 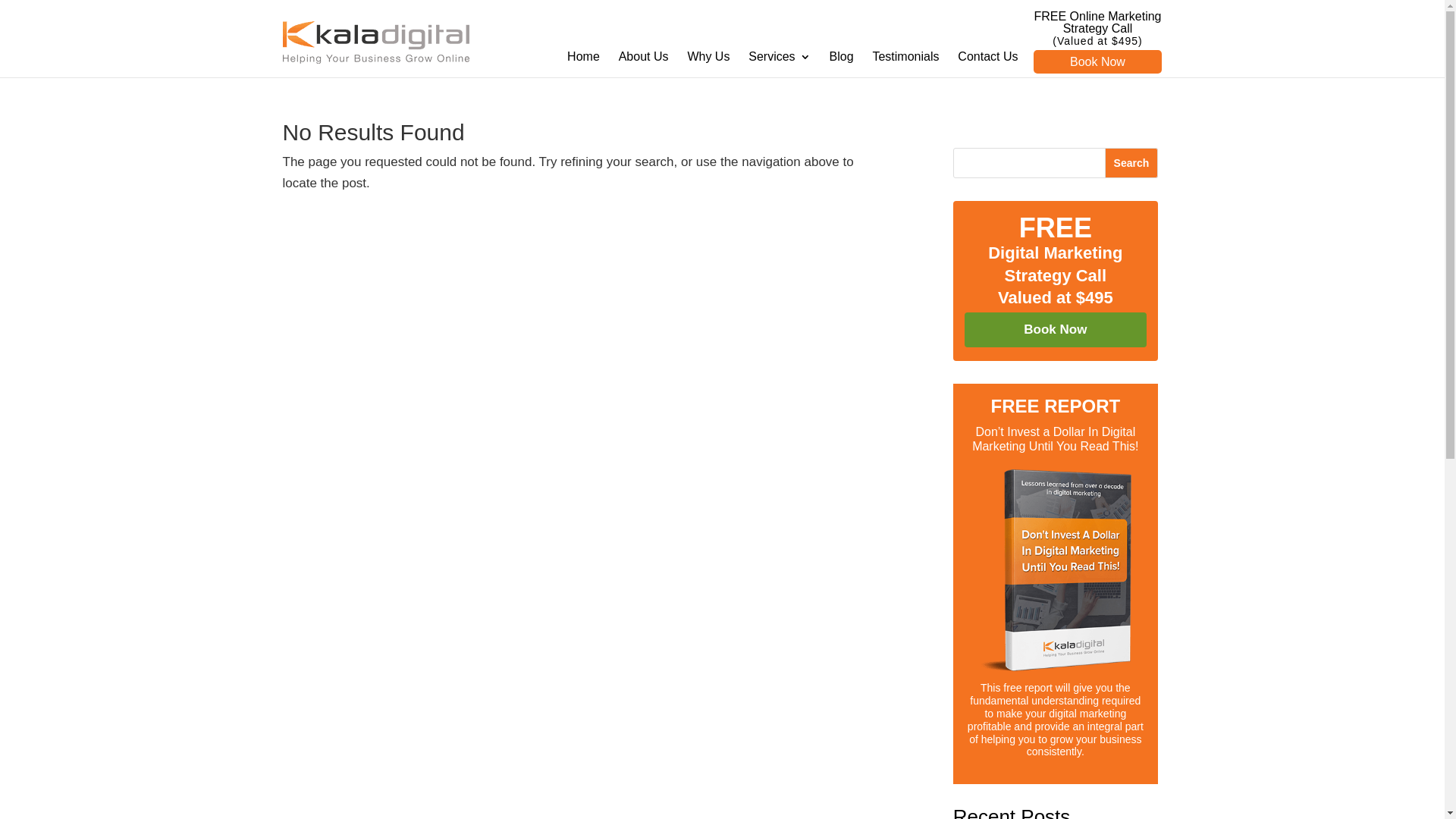 I want to click on 'Services', so click(x=779, y=63).